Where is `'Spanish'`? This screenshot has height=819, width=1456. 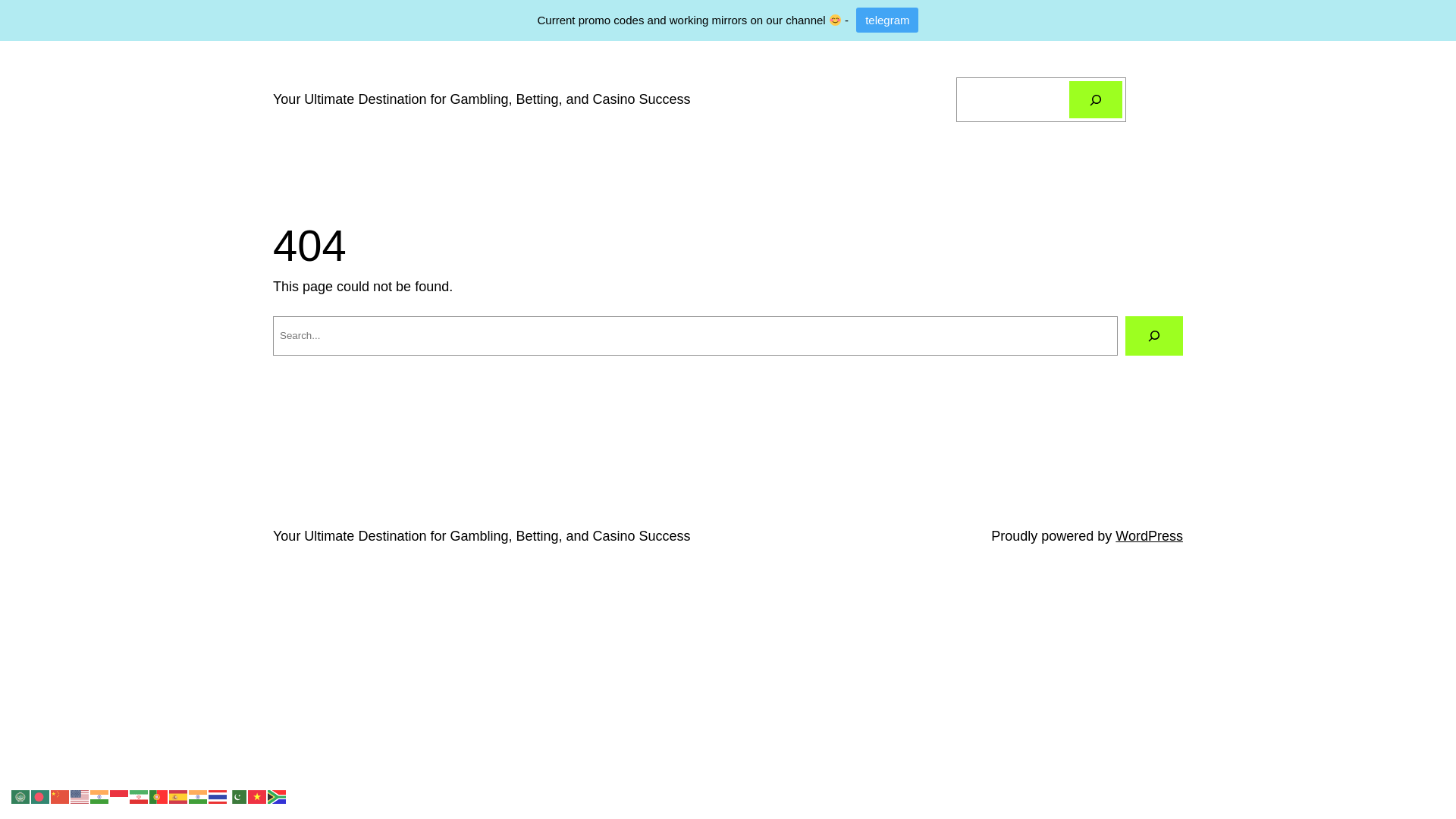 'Spanish' is located at coordinates (178, 795).